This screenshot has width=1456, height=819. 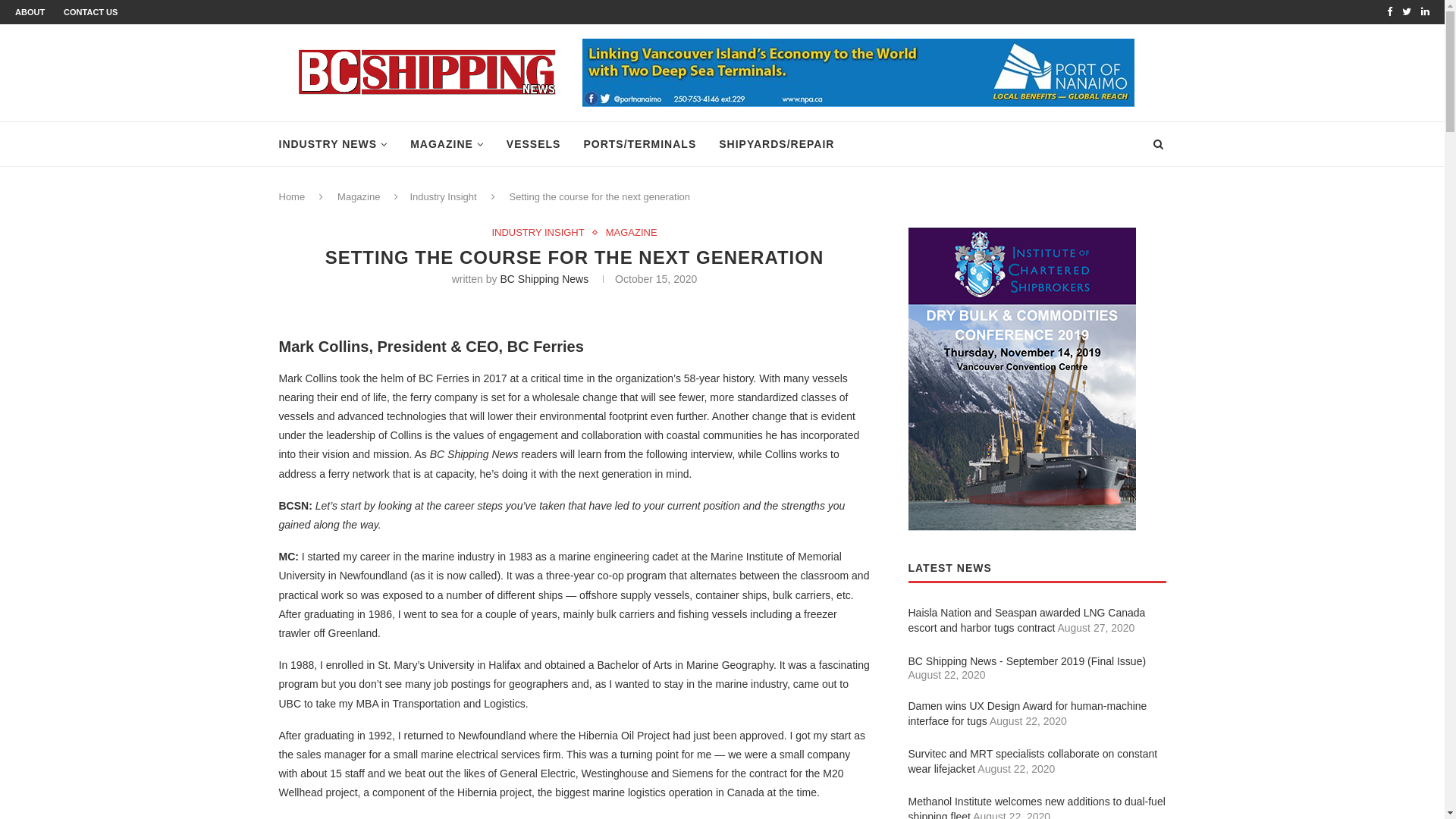 I want to click on 'INDUSTRY INSIGHT', so click(x=541, y=233).